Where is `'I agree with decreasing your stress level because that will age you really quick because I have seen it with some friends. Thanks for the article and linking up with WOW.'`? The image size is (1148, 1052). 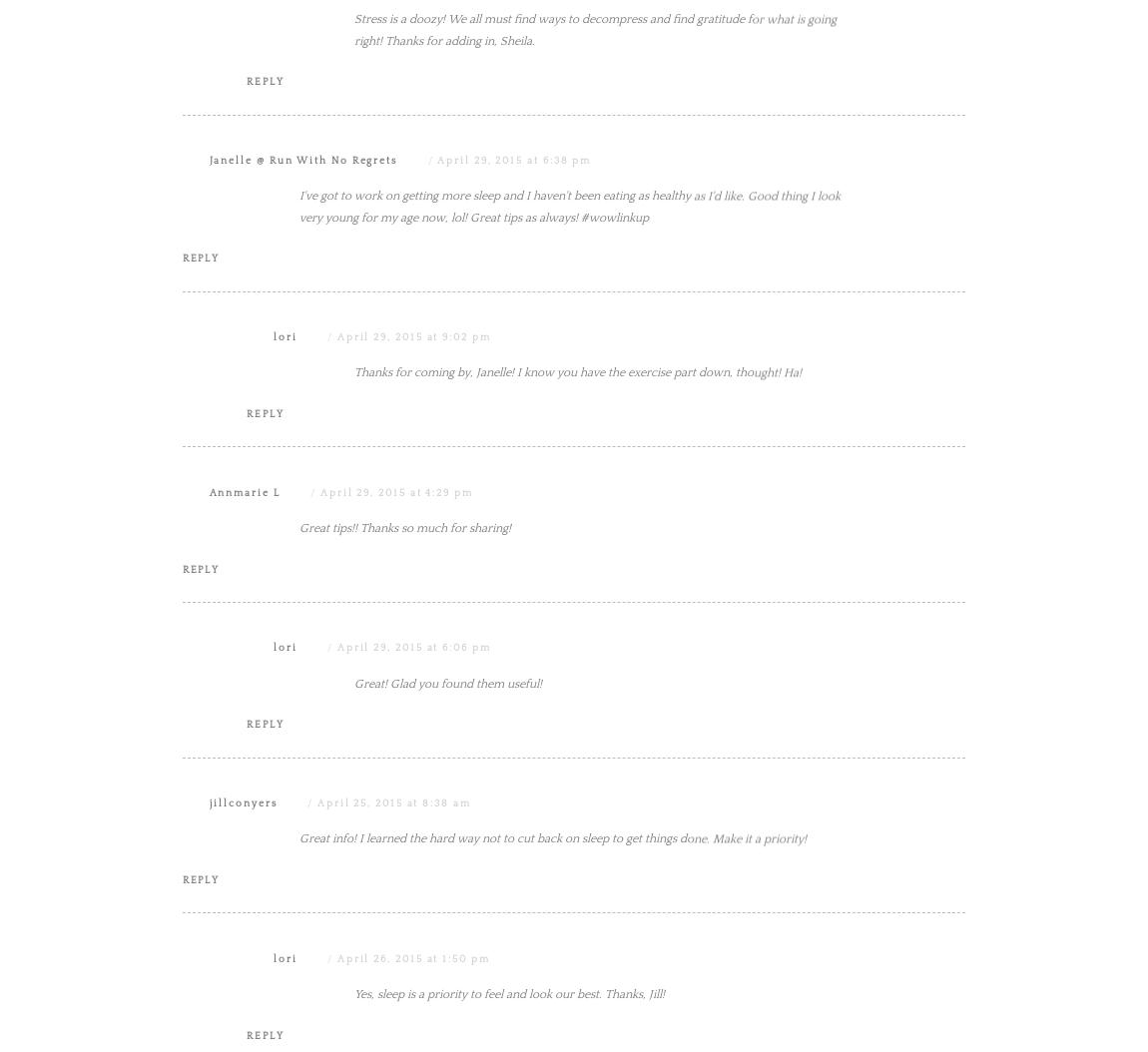
'I agree with decreasing your stress level because that will age you really quick because I have seen it with some friends. Thanks for the article and linking up with WOW.' is located at coordinates (563, 54).